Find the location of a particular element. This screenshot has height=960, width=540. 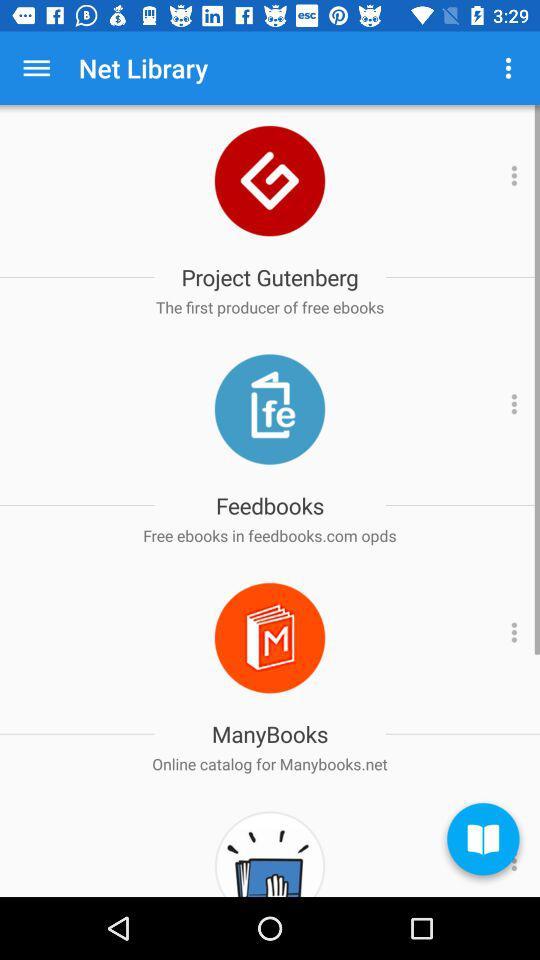

the app next to the net library app is located at coordinates (508, 68).